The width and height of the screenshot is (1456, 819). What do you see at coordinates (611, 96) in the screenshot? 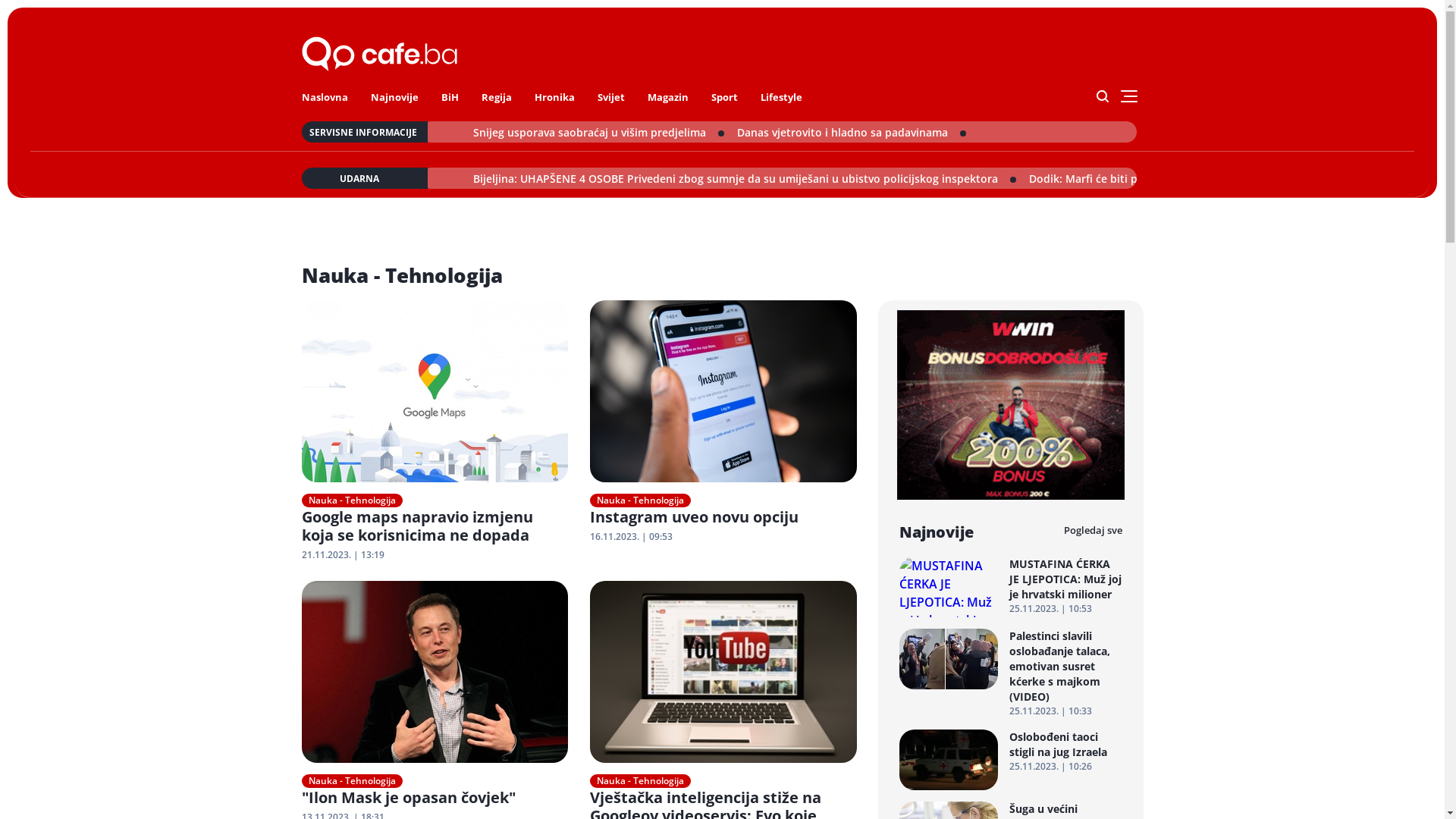
I see `'Svijet'` at bounding box center [611, 96].